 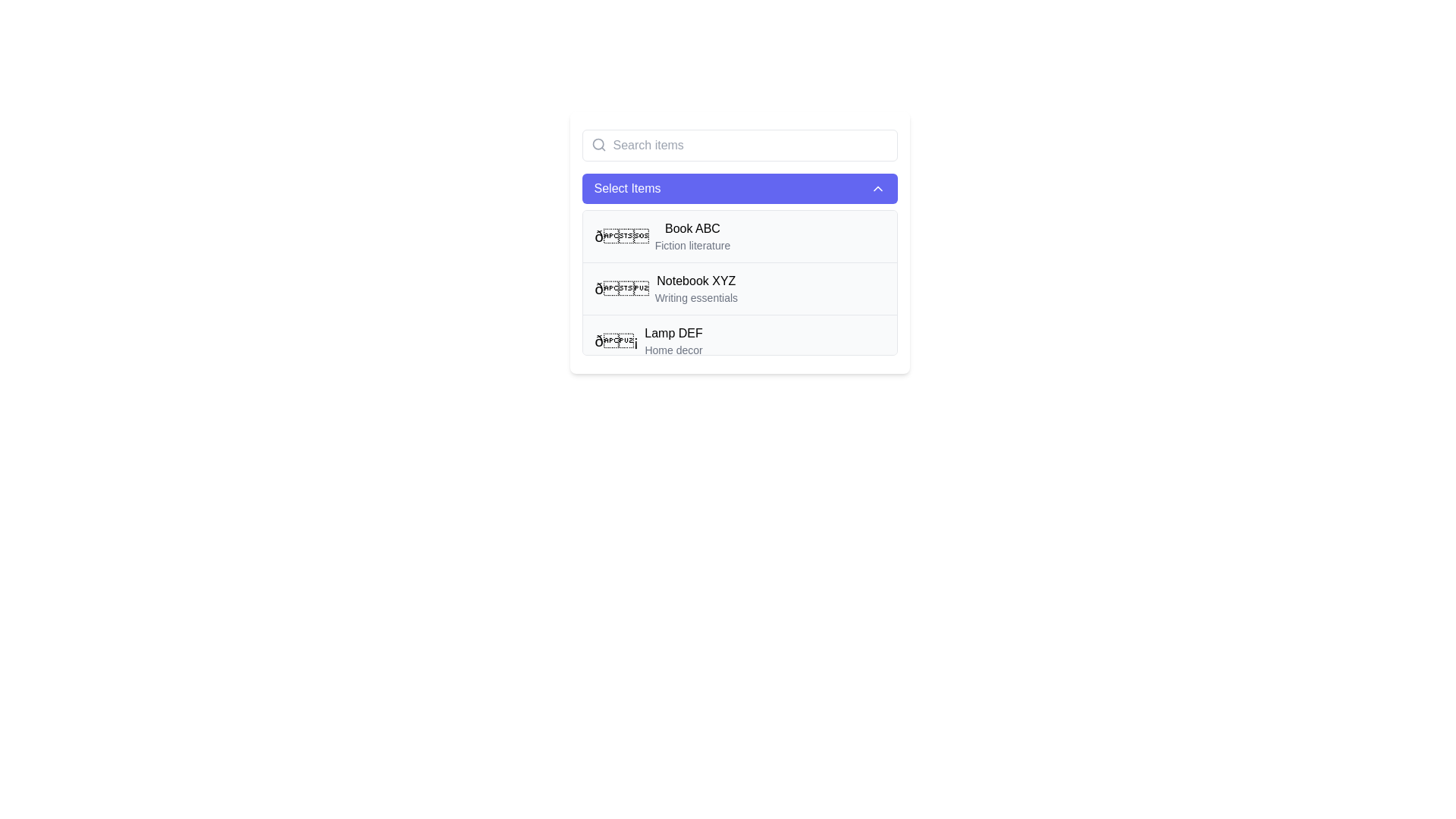 What do you see at coordinates (739, 237) in the screenshot?
I see `the first selectable item in the dropdown menu labeled 'Book ABC', which is identified by its description 'Fiction literature'` at bounding box center [739, 237].